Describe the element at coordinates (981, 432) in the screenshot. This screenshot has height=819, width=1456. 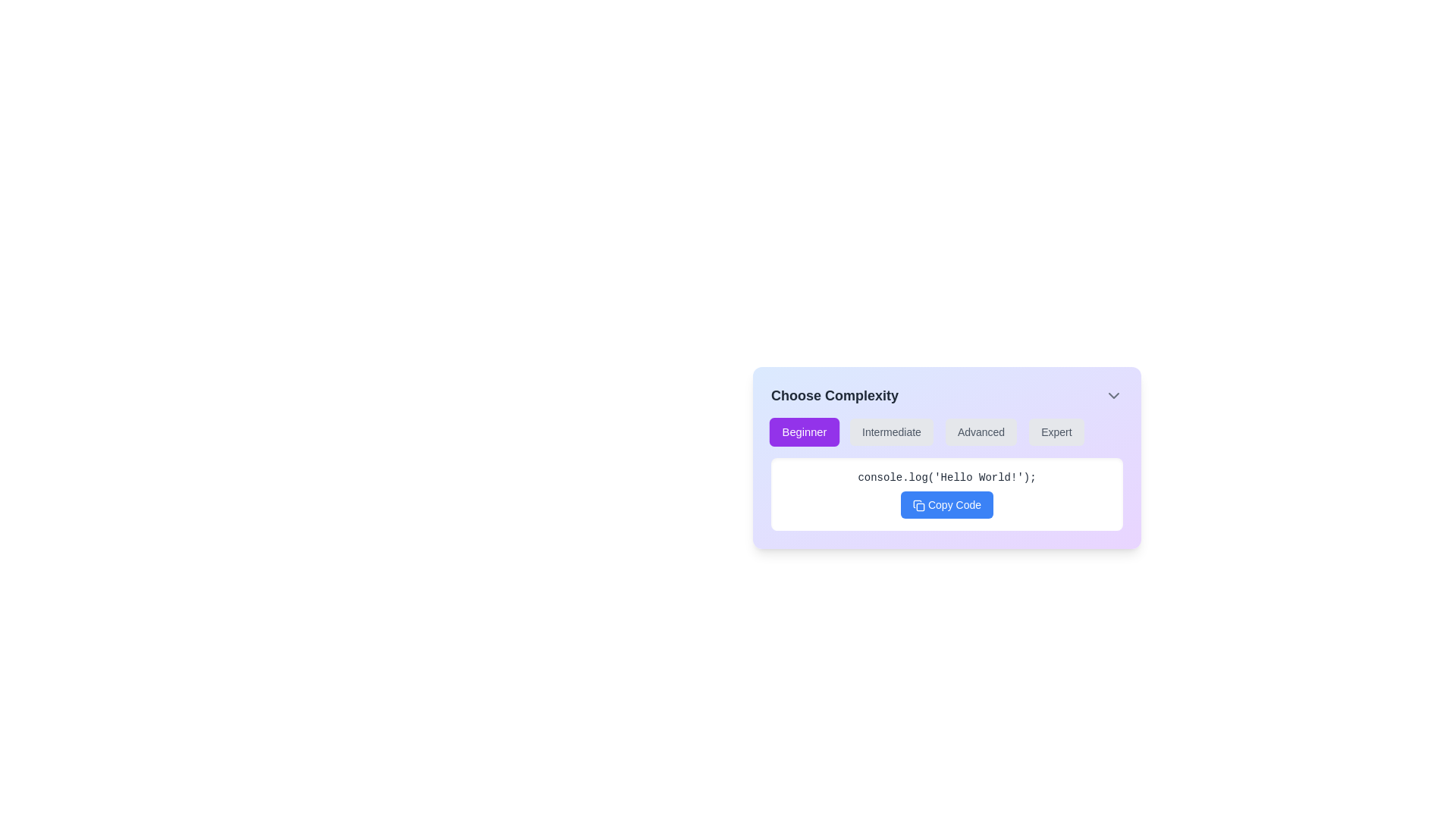
I see `the 'Advanced' complexity level button located in the pop-up interface box labeled 'Choose Complexity'` at that location.